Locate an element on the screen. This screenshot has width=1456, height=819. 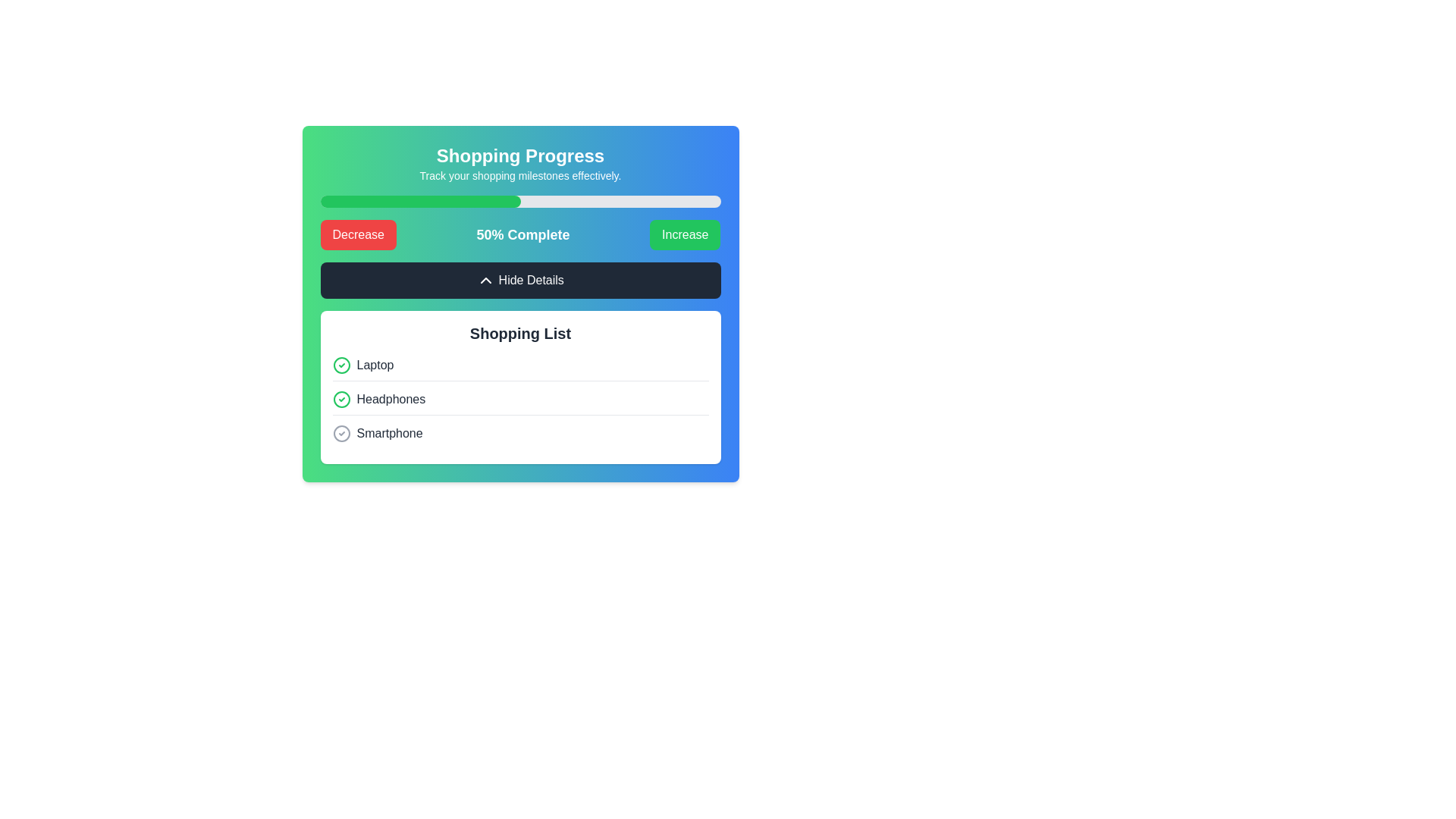
the list item entry labeled 'Laptop' by clicking on it is located at coordinates (520, 369).